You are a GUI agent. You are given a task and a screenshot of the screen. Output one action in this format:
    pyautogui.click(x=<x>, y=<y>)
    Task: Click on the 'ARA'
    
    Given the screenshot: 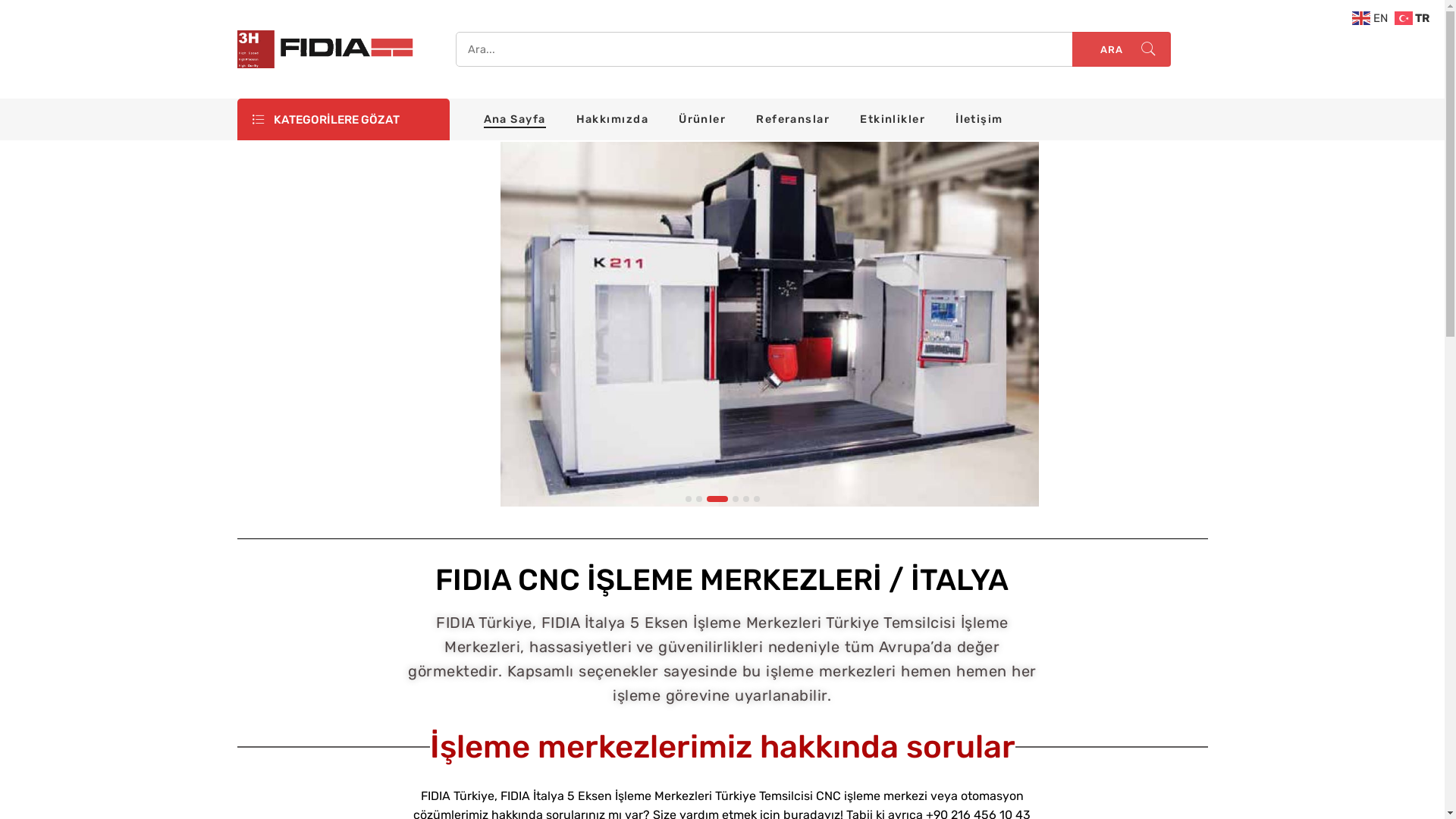 What is the action you would take?
    pyautogui.click(x=1121, y=49)
    